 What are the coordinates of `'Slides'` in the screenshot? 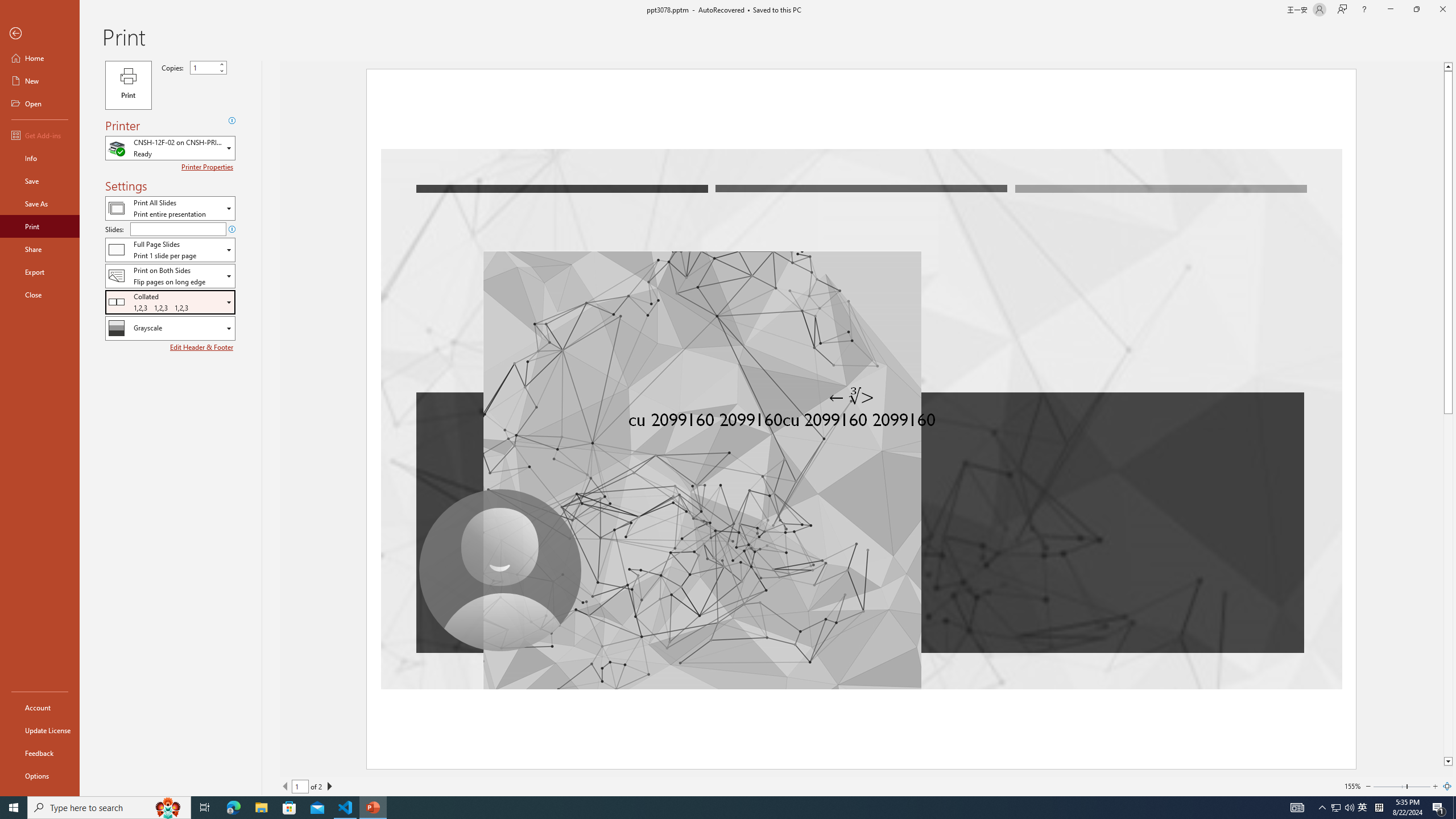 It's located at (178, 229).